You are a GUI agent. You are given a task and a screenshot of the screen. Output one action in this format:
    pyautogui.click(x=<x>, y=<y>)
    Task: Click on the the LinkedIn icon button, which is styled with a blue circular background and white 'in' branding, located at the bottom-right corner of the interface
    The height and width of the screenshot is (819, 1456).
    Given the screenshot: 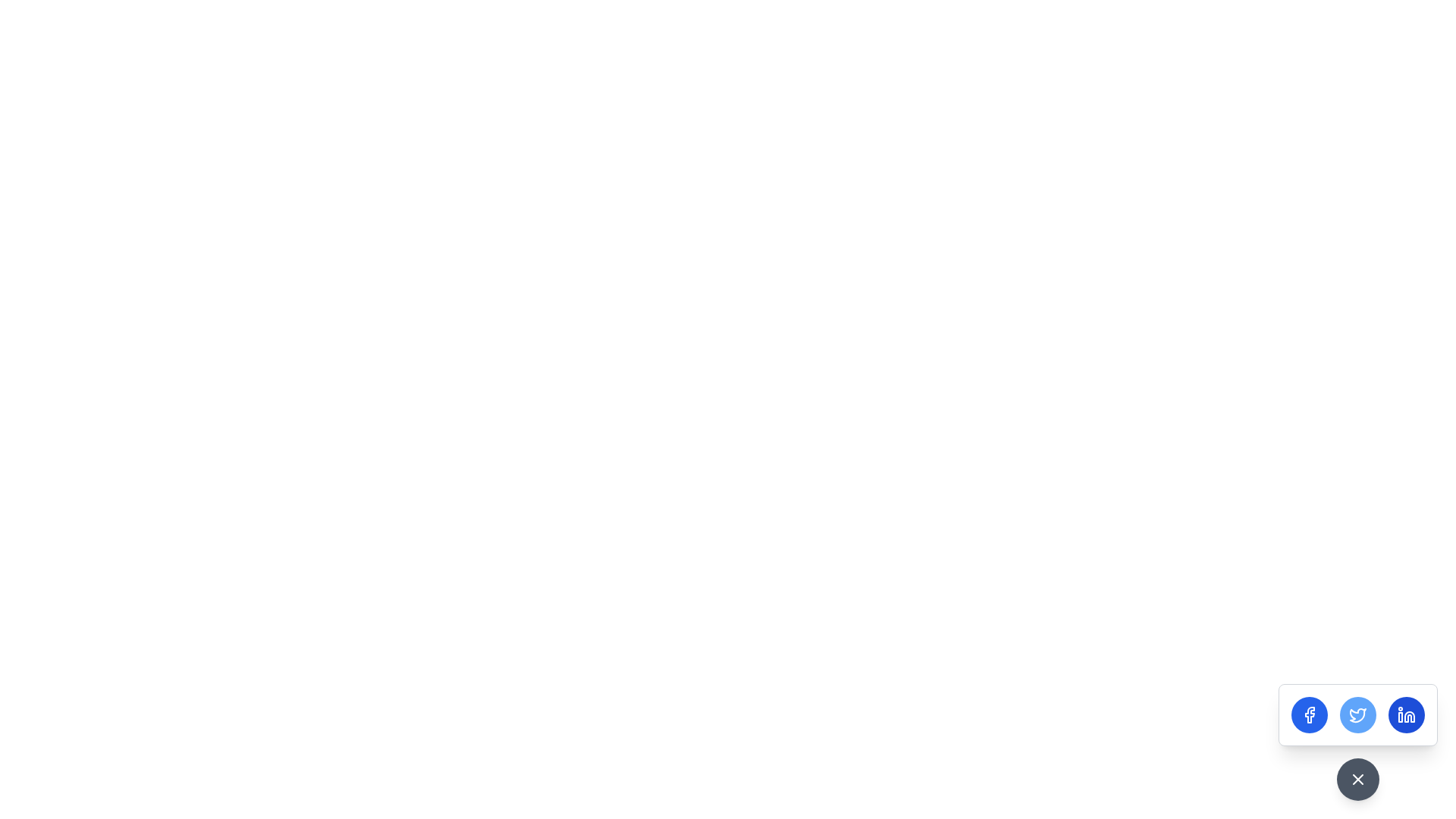 What is the action you would take?
    pyautogui.click(x=1405, y=714)
    